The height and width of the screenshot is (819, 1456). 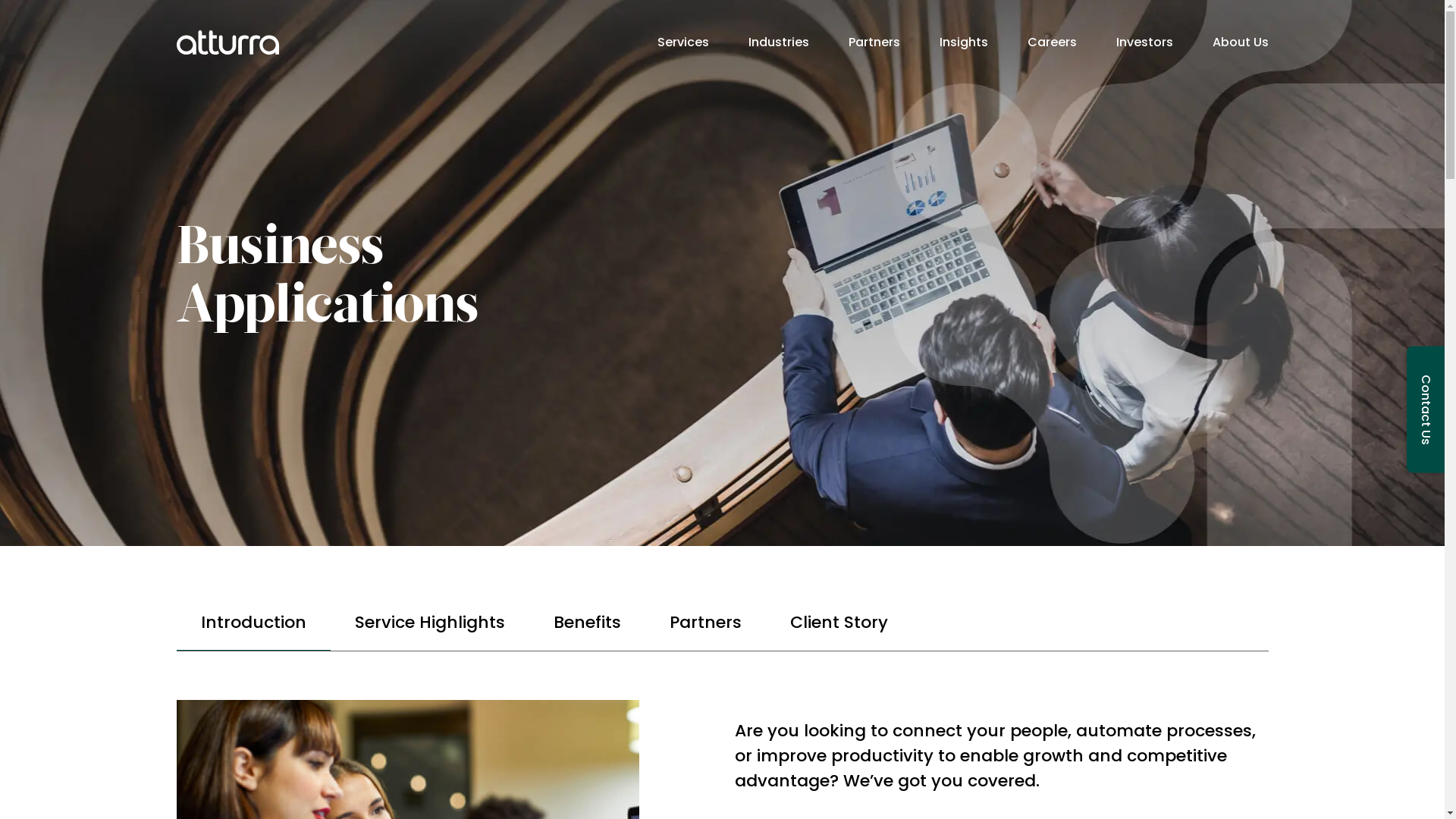 I want to click on 'Introduction', so click(x=253, y=623).